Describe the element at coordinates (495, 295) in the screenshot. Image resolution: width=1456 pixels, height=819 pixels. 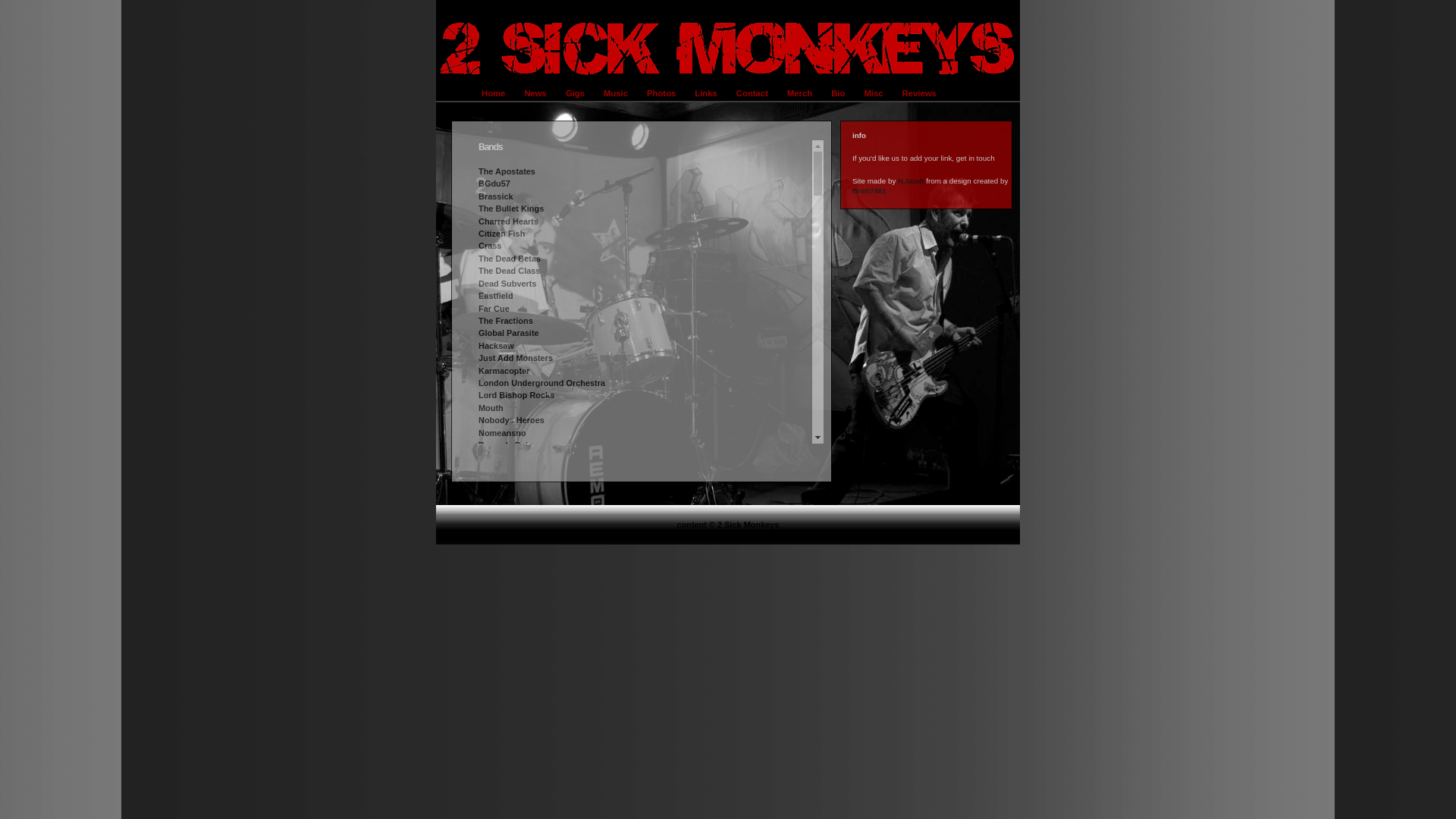
I see `'Eastfield'` at that location.